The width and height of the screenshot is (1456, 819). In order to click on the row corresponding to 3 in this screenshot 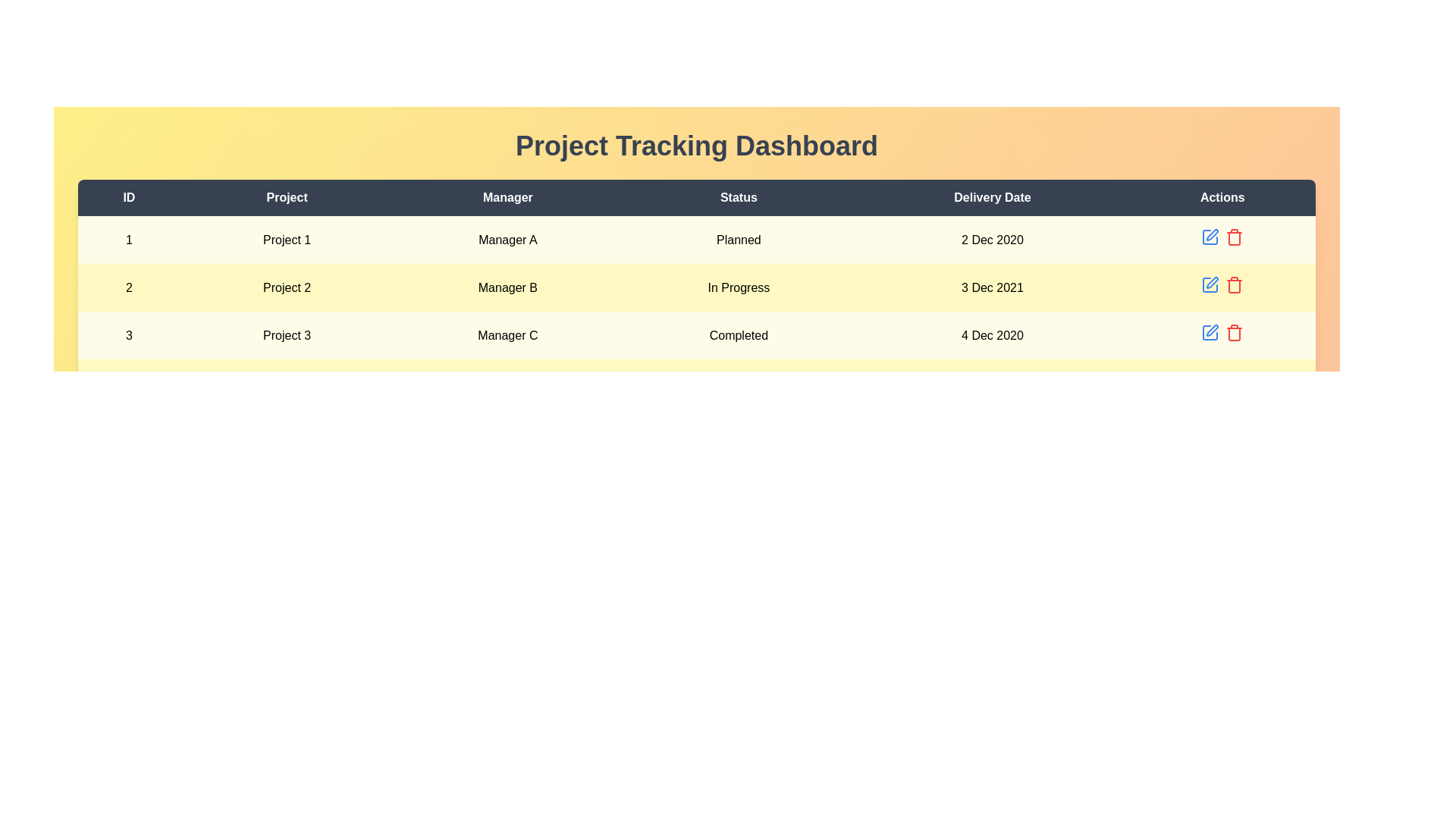, I will do `click(695, 334)`.